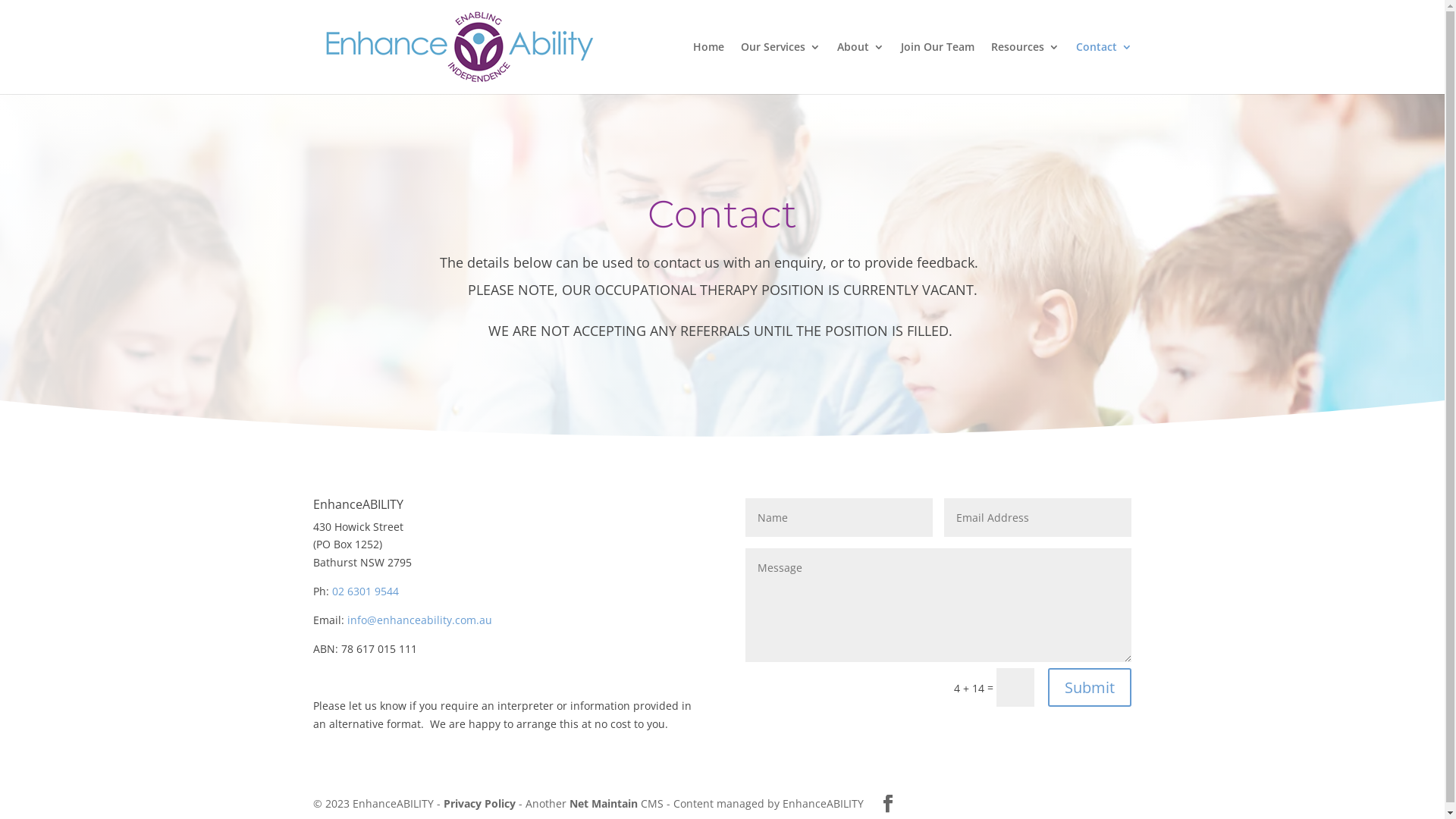 This screenshot has height=819, width=1456. What do you see at coordinates (346, 620) in the screenshot?
I see `'info@enhanceability.com.au'` at bounding box center [346, 620].